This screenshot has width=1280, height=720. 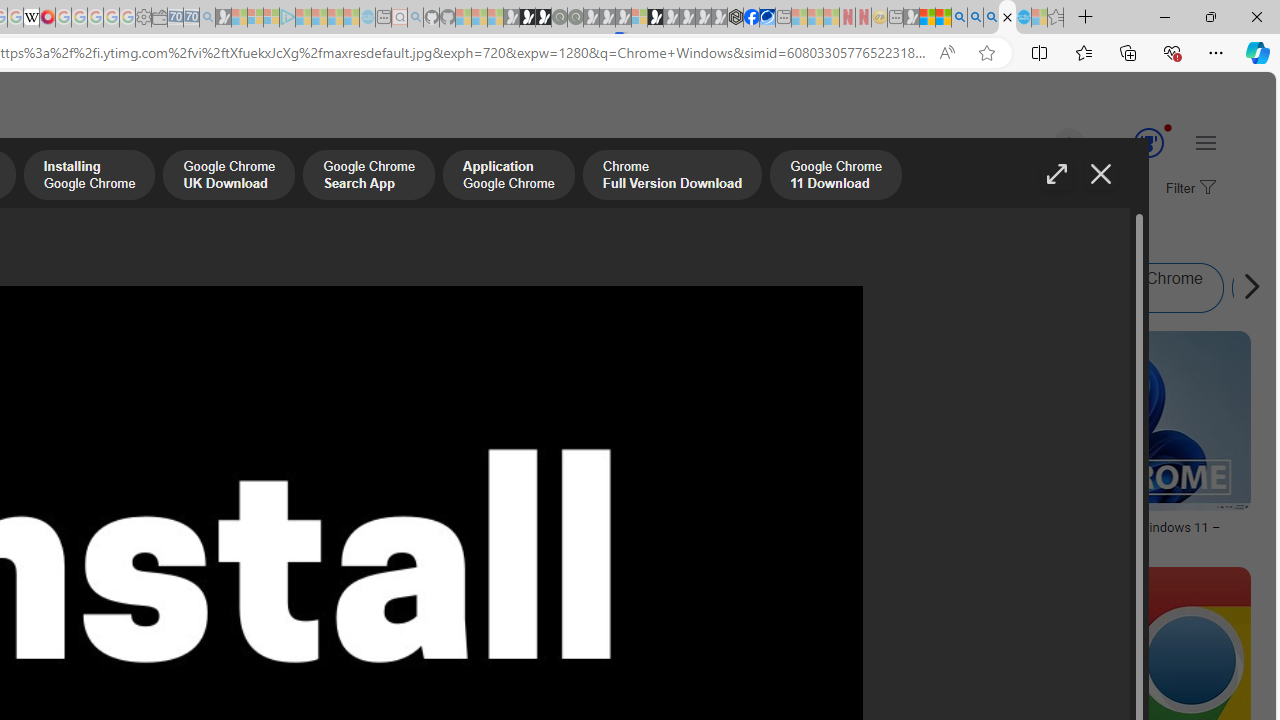 What do you see at coordinates (1168, 127) in the screenshot?
I see `'Animation'` at bounding box center [1168, 127].